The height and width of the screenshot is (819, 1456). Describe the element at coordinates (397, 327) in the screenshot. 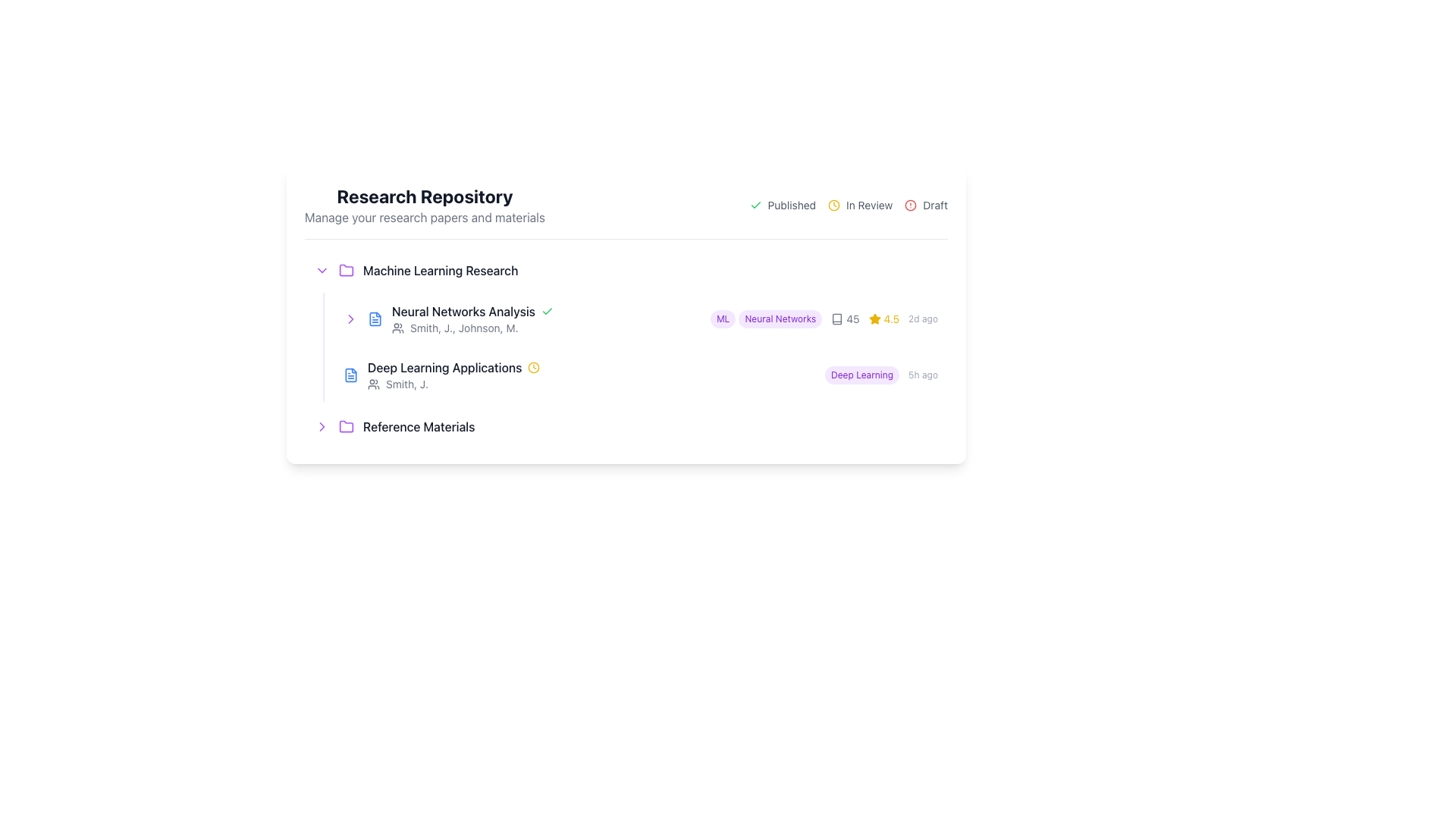

I see `the multiple users icon located to the left of the text 'Smith, J., Johnson, M.' in the 'Machine Learning Research' section to understand its association` at that location.